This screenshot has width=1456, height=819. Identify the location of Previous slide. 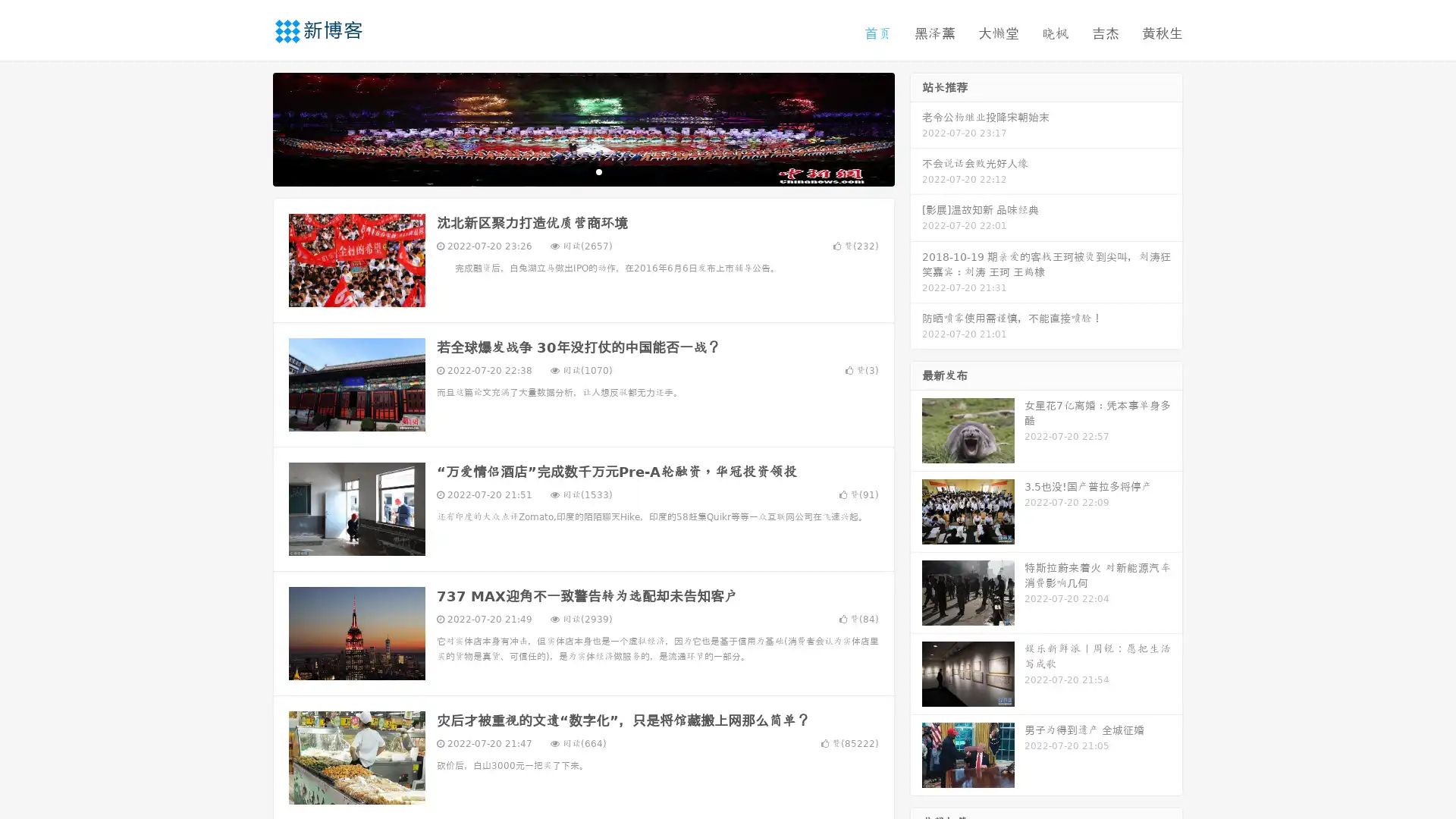
(250, 127).